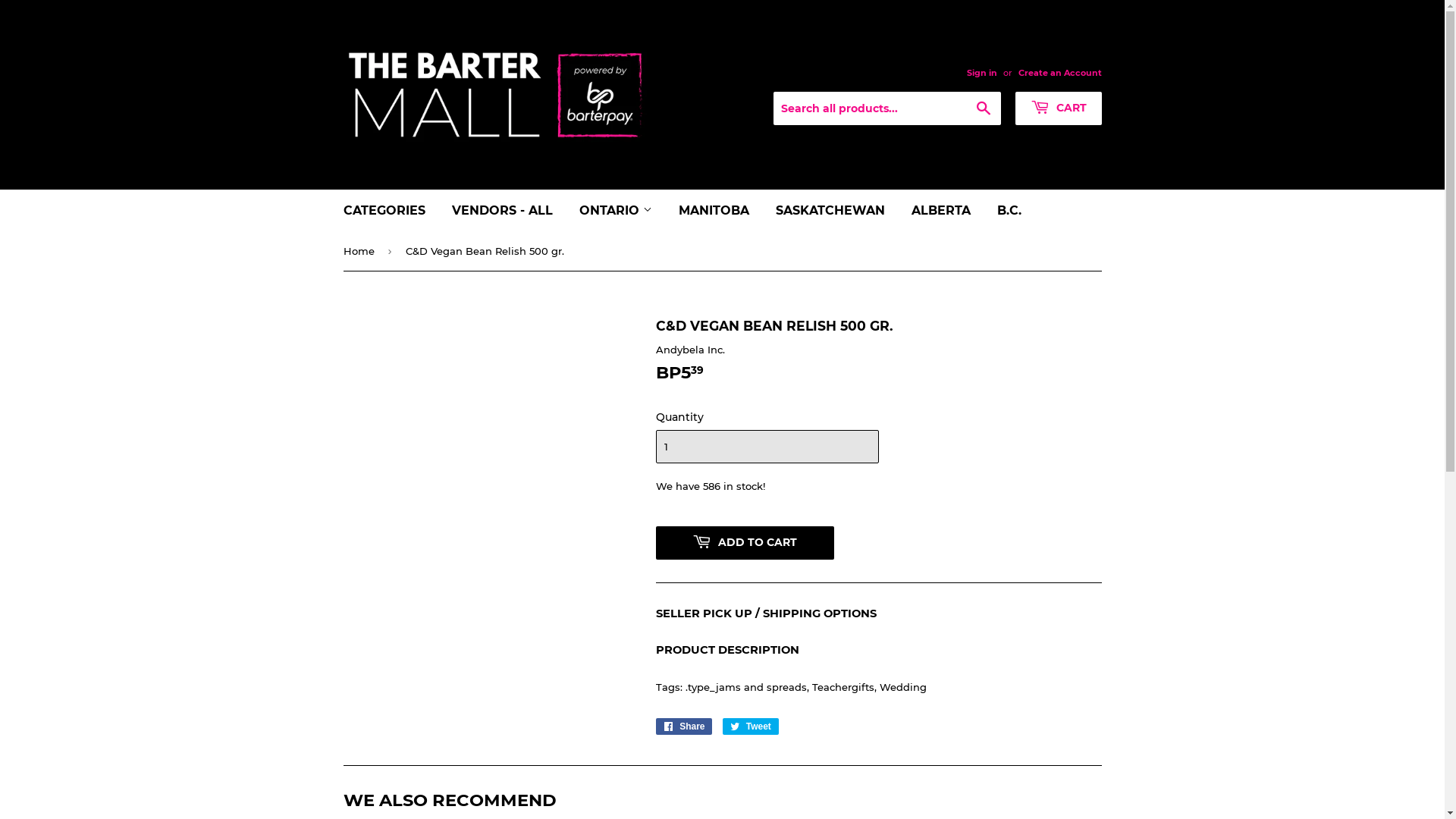 This screenshot has height=819, width=1456. Describe the element at coordinates (1009, 210) in the screenshot. I see `'B.C.'` at that location.